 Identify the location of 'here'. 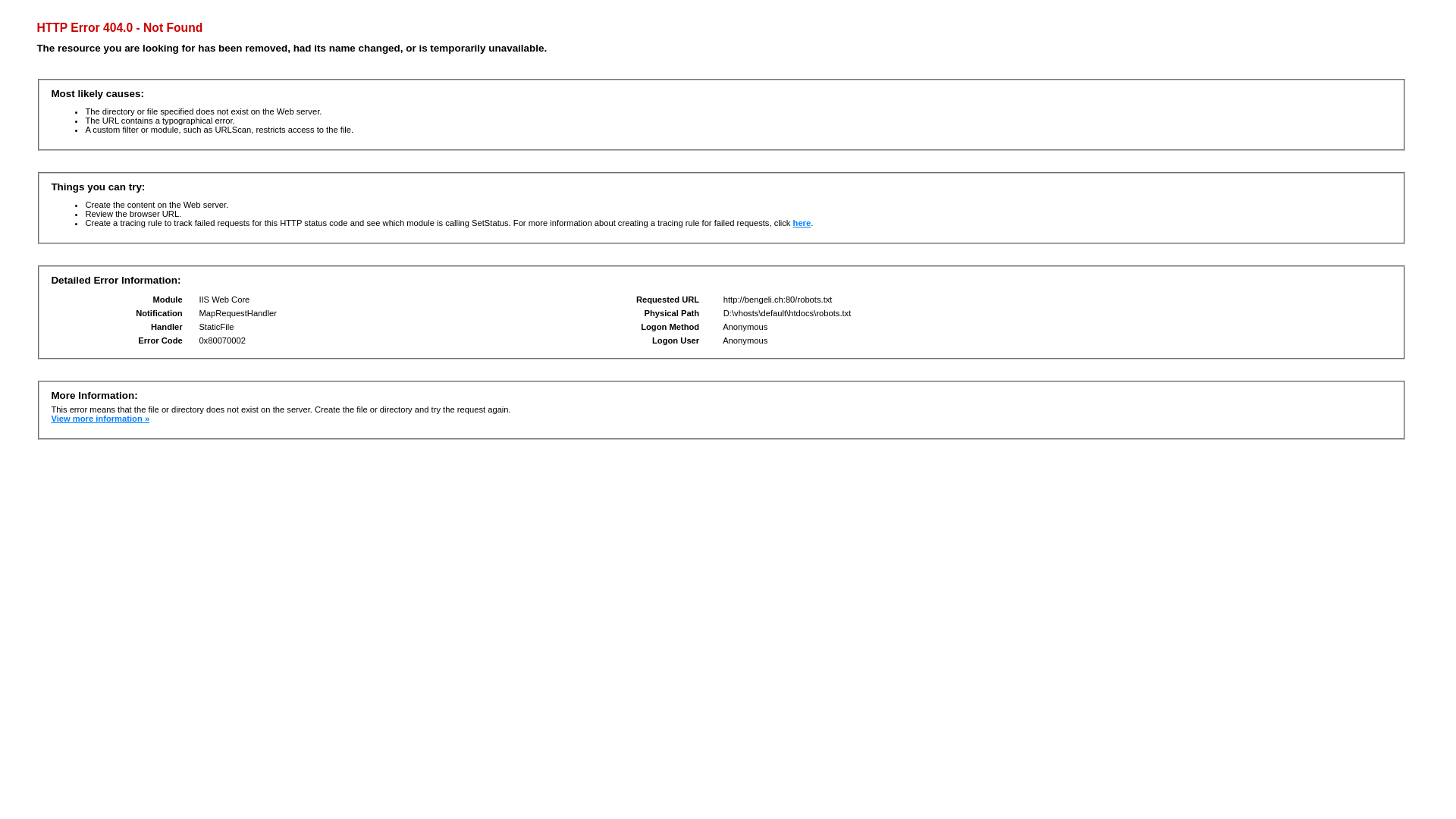
(801, 222).